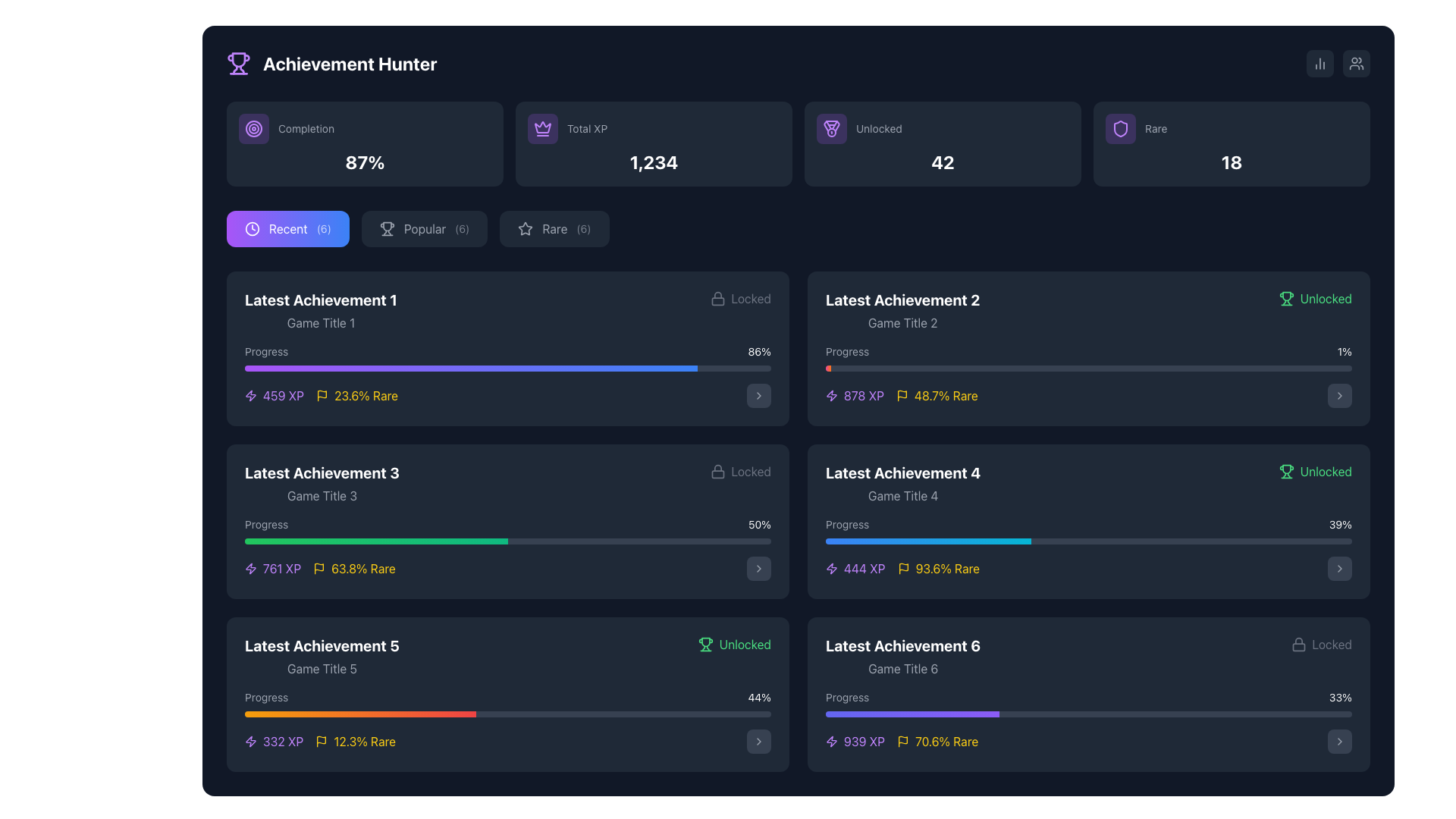  I want to click on the interactive button with a bar chart icon located in the top-right corner of the main interface, so click(1319, 63).